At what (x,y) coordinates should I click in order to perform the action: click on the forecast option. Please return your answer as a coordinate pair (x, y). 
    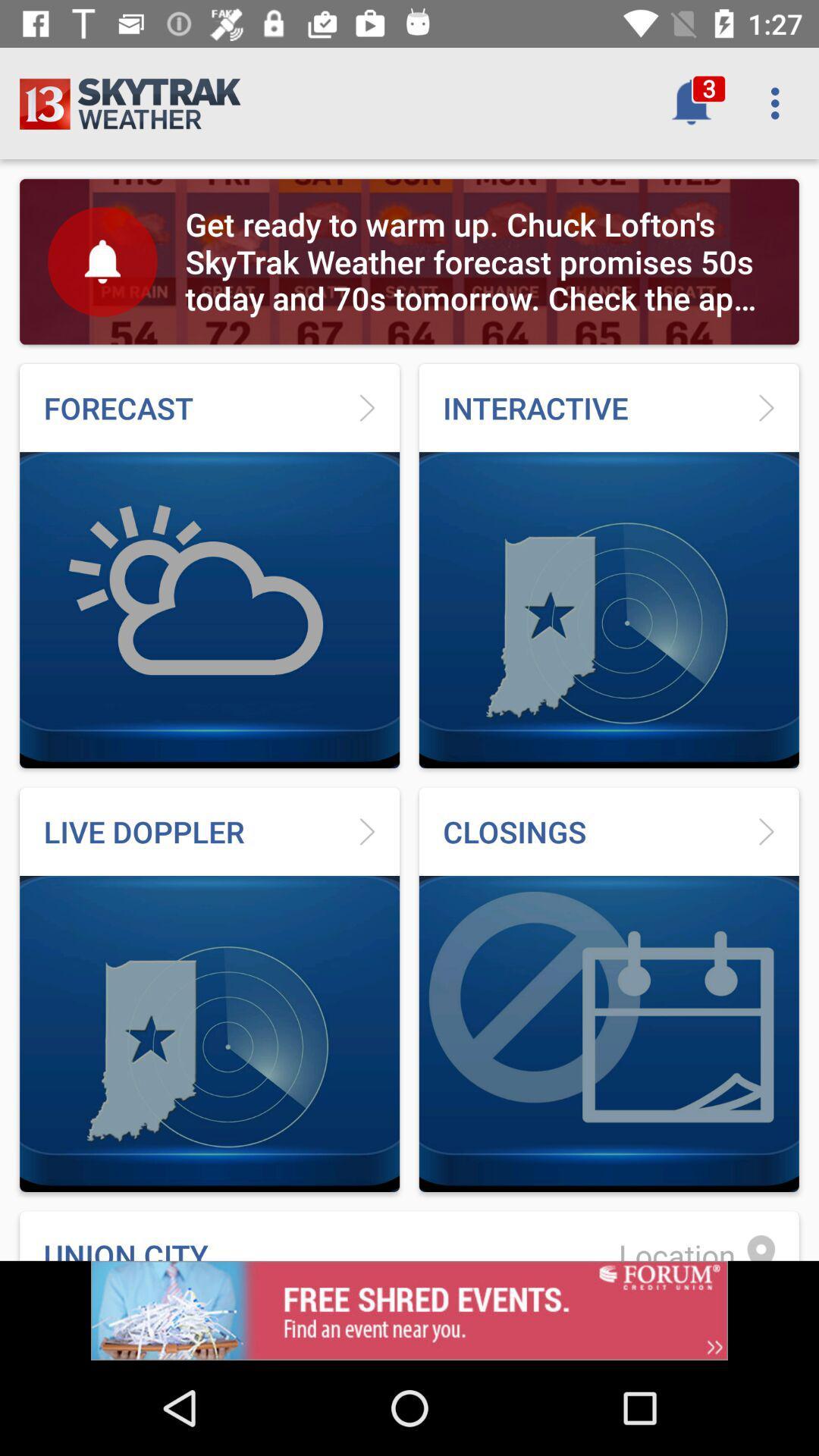
    Looking at the image, I should click on (209, 565).